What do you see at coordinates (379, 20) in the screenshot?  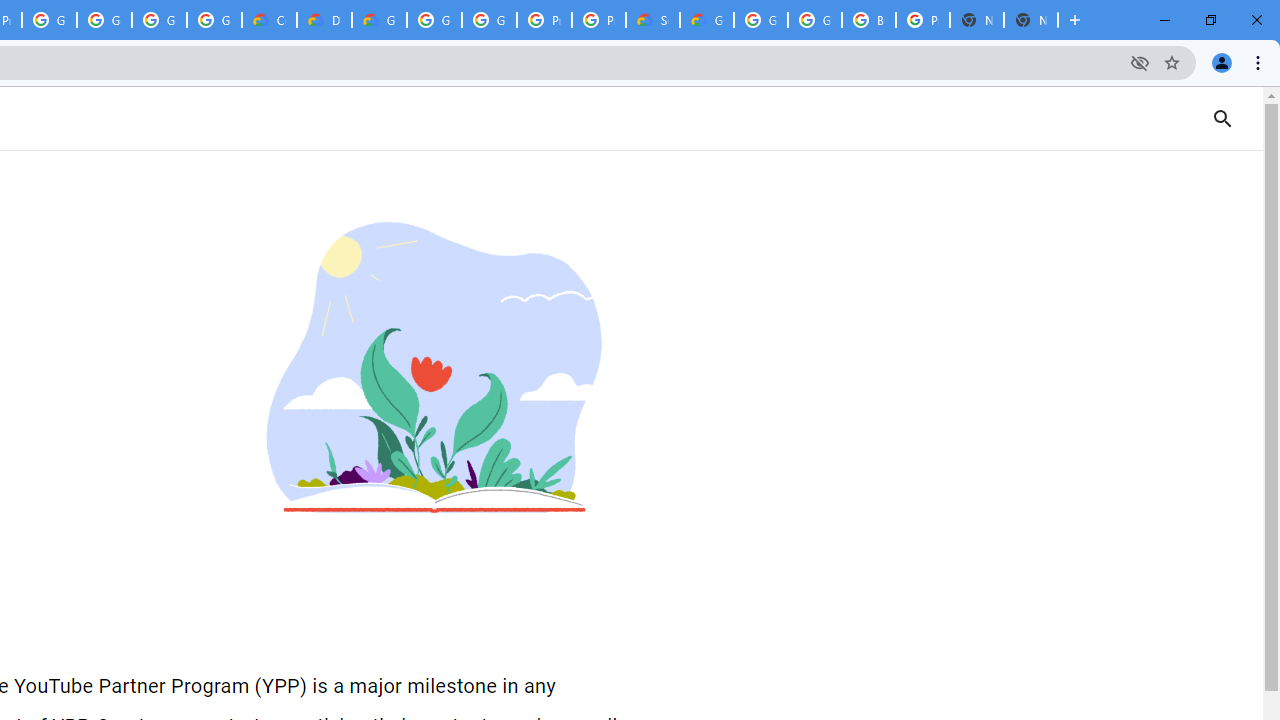 I see `'Gemini for Business and Developers | Google Cloud'` at bounding box center [379, 20].